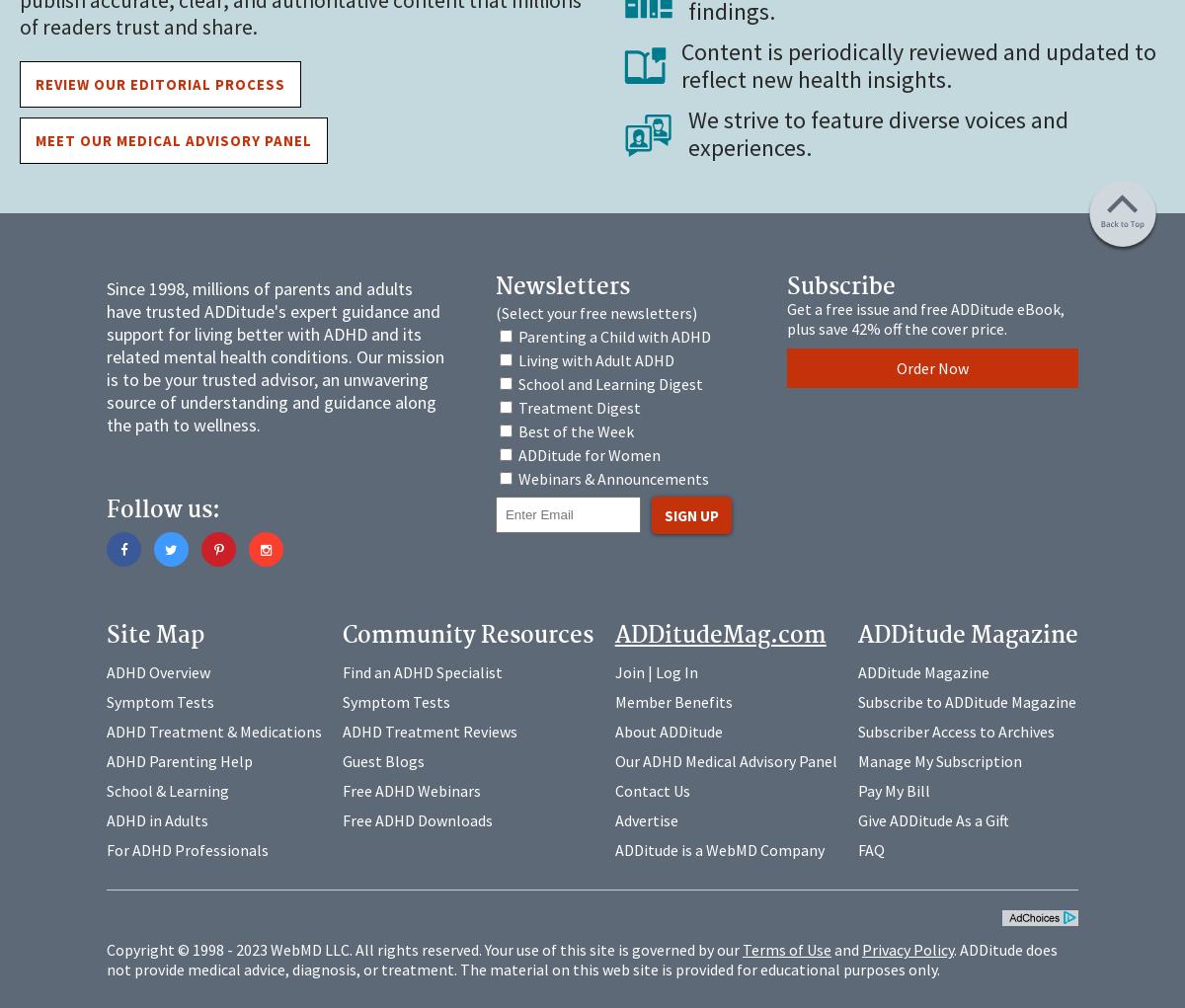 Image resolution: width=1185 pixels, height=1008 pixels. I want to click on 'Best of the Week', so click(574, 430).